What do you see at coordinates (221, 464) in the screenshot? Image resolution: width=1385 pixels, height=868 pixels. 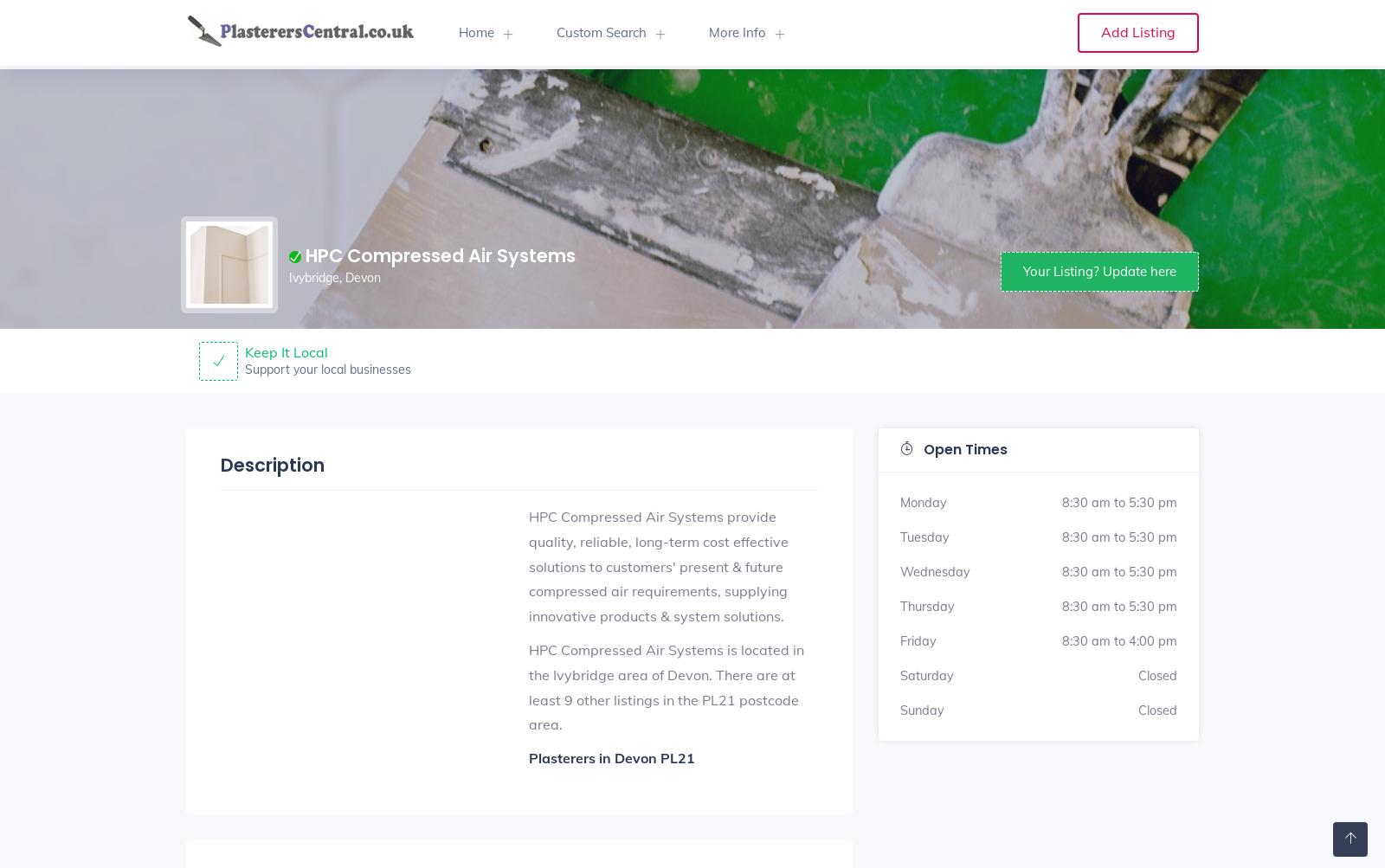 I see `'Description'` at bounding box center [221, 464].